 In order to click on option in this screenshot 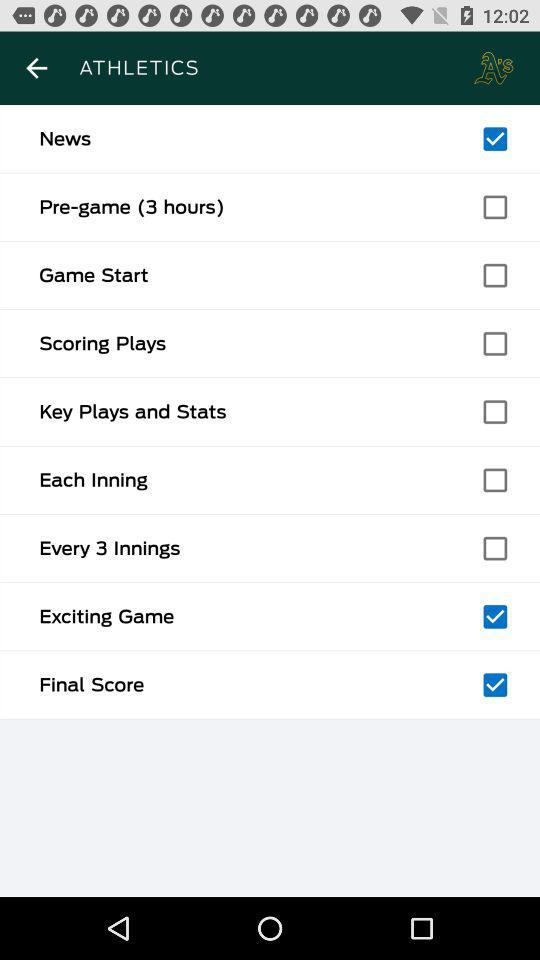, I will do `click(494, 615)`.